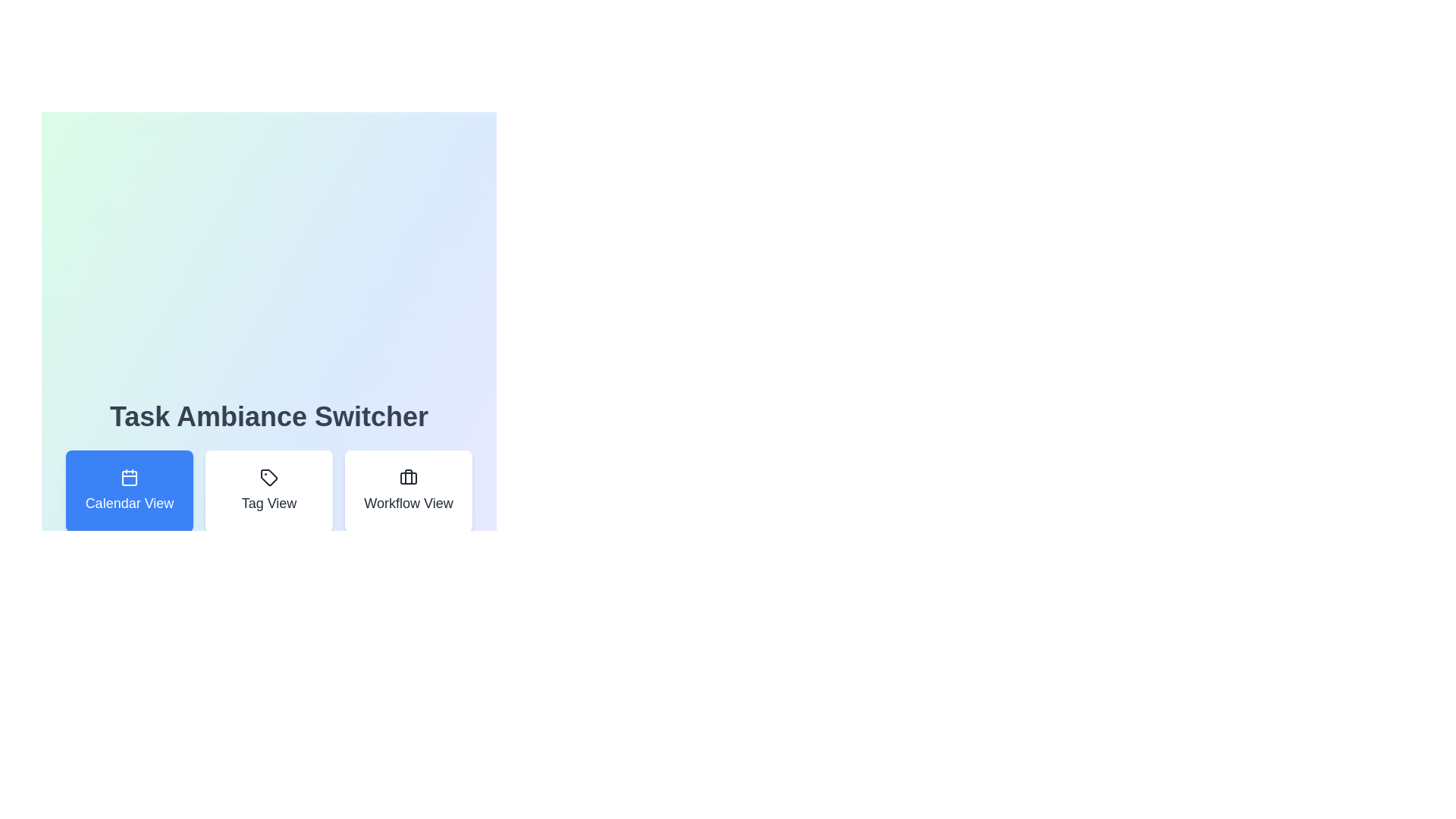  What do you see at coordinates (130, 491) in the screenshot?
I see `the blue rectangular button labeled 'Calendar View' with a white calendar icon, located in the lower section of the interface under 'Task Ambiance Switcher', to trigger a tooltip or effect` at bounding box center [130, 491].